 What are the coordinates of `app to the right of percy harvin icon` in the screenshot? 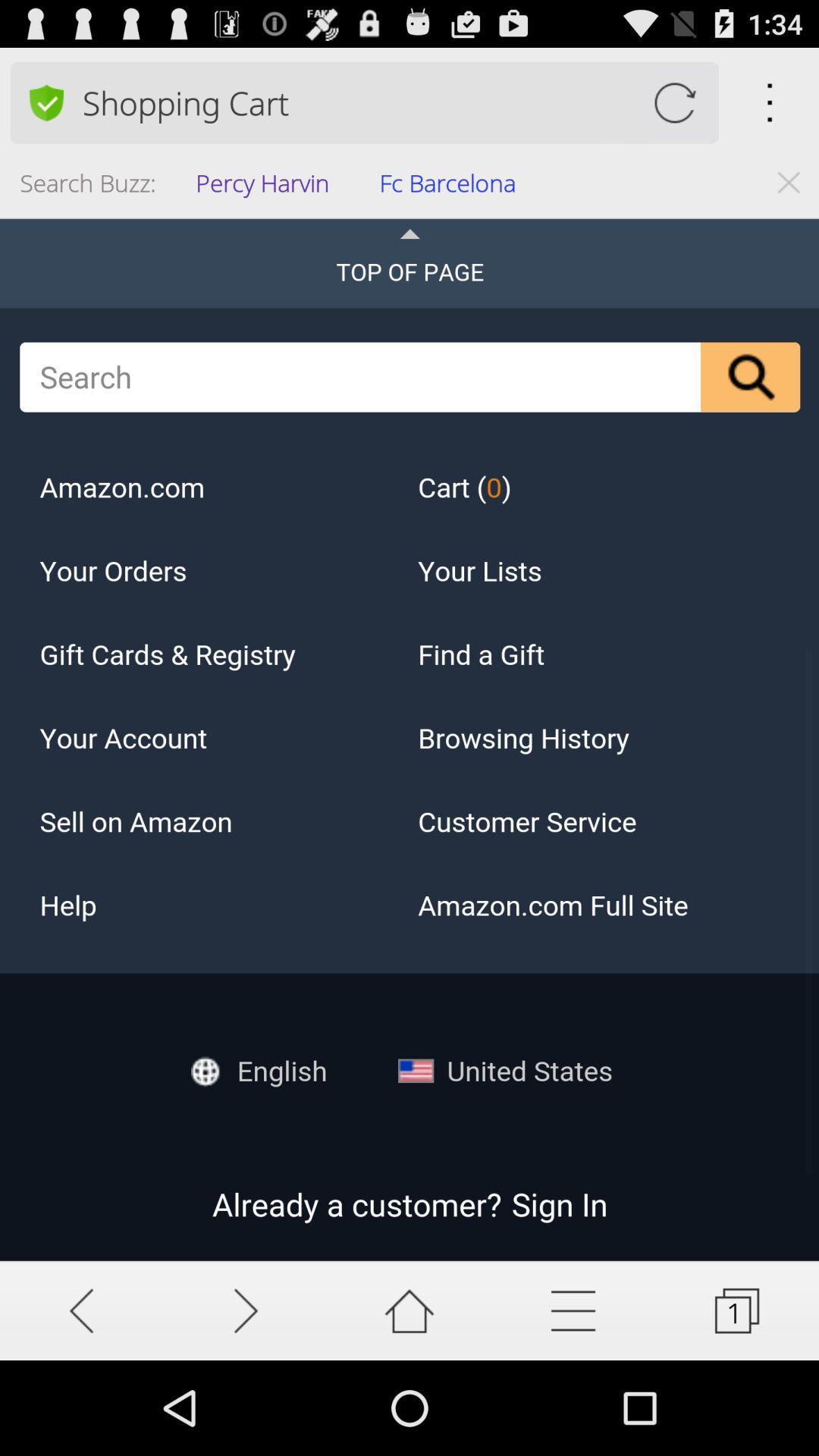 It's located at (452, 187).